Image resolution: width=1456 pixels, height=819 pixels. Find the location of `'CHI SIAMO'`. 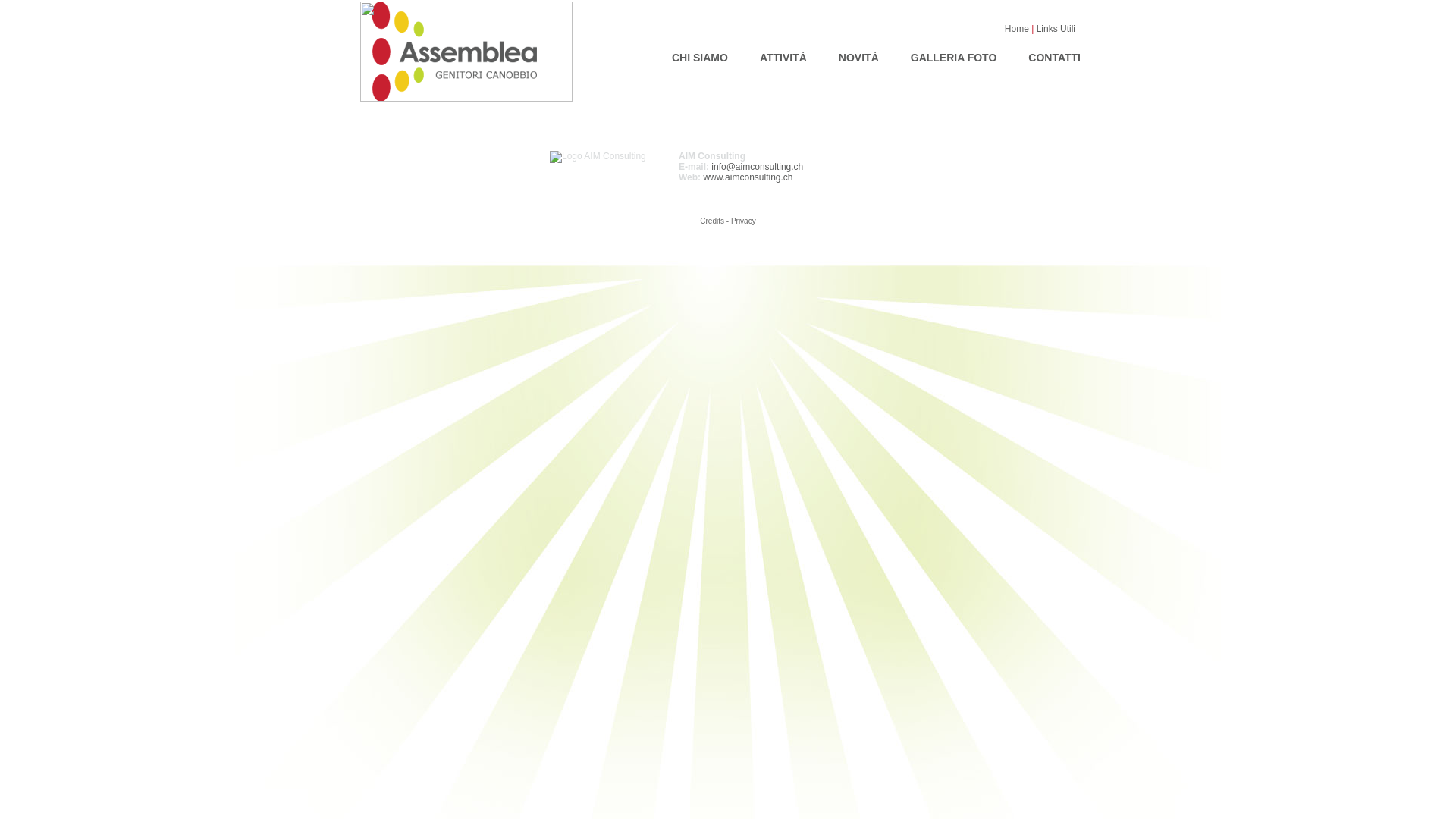

'CHI SIAMO' is located at coordinates (698, 55).